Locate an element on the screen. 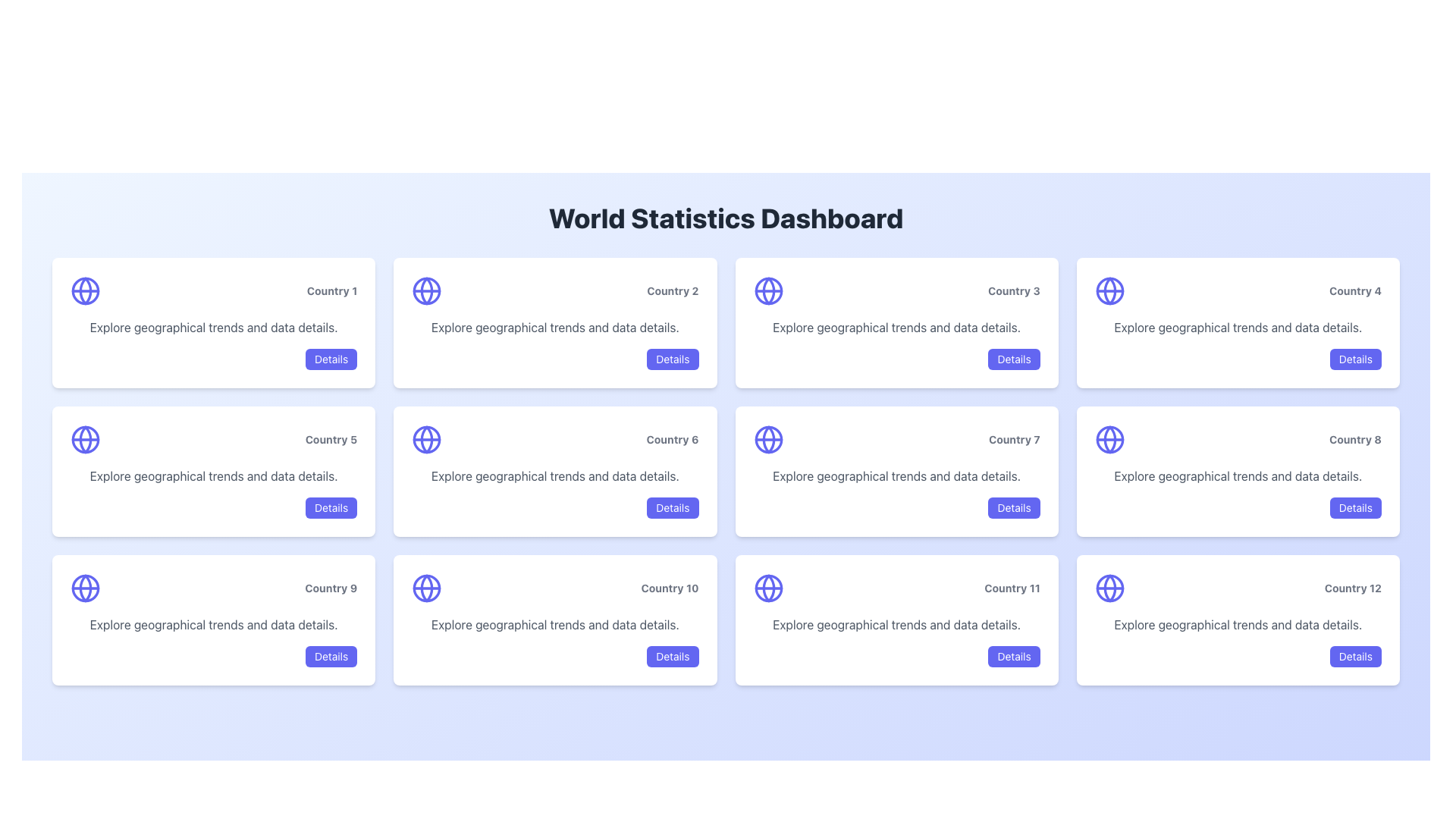  the text label that reads 'Country 10', which is styled in bold gray font and located in the top-right corner of a card layout is located at coordinates (669, 587).